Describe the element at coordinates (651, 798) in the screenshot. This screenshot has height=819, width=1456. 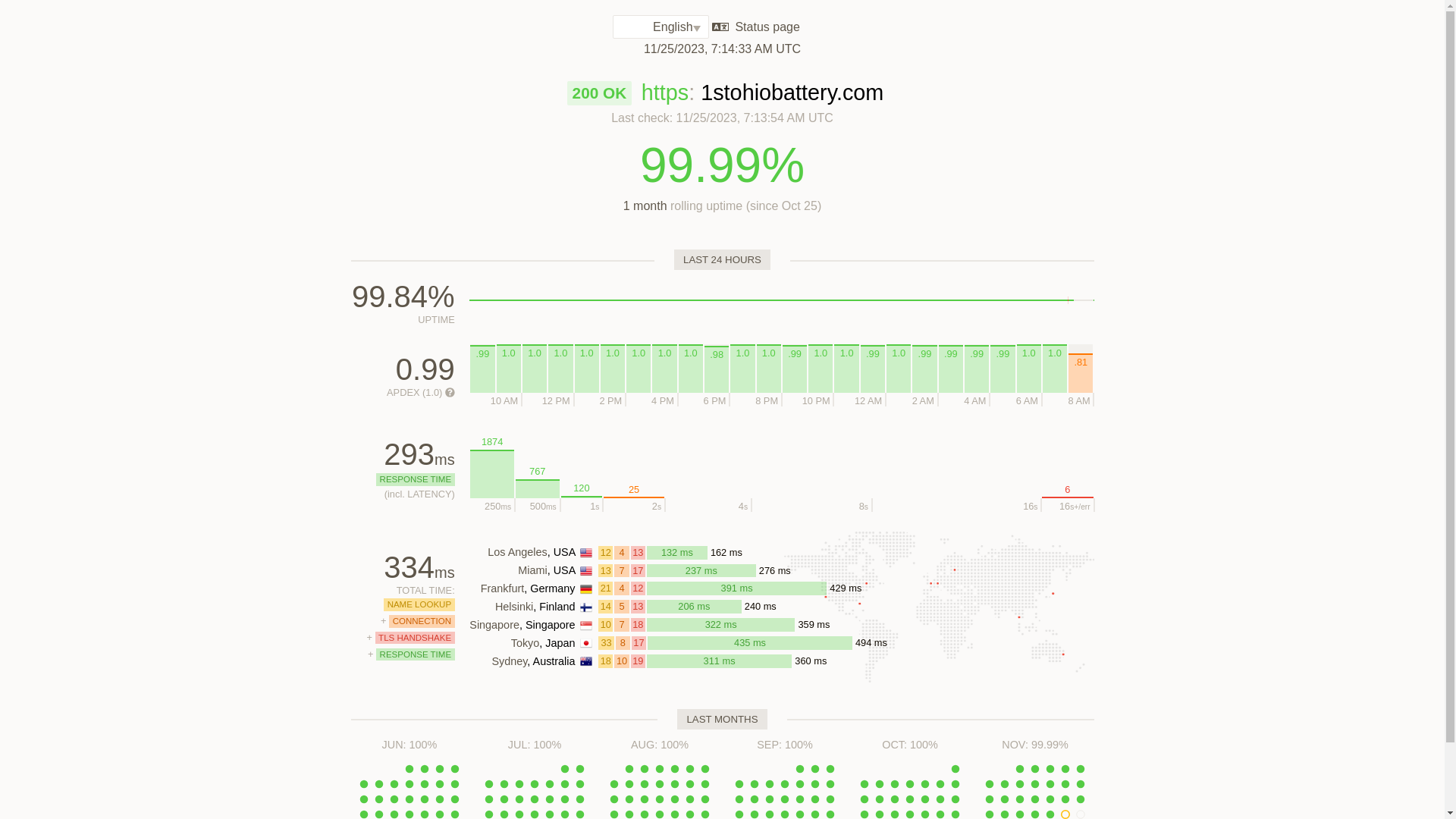
I see `'<small>Aug 17:</small> No downtime'` at that location.